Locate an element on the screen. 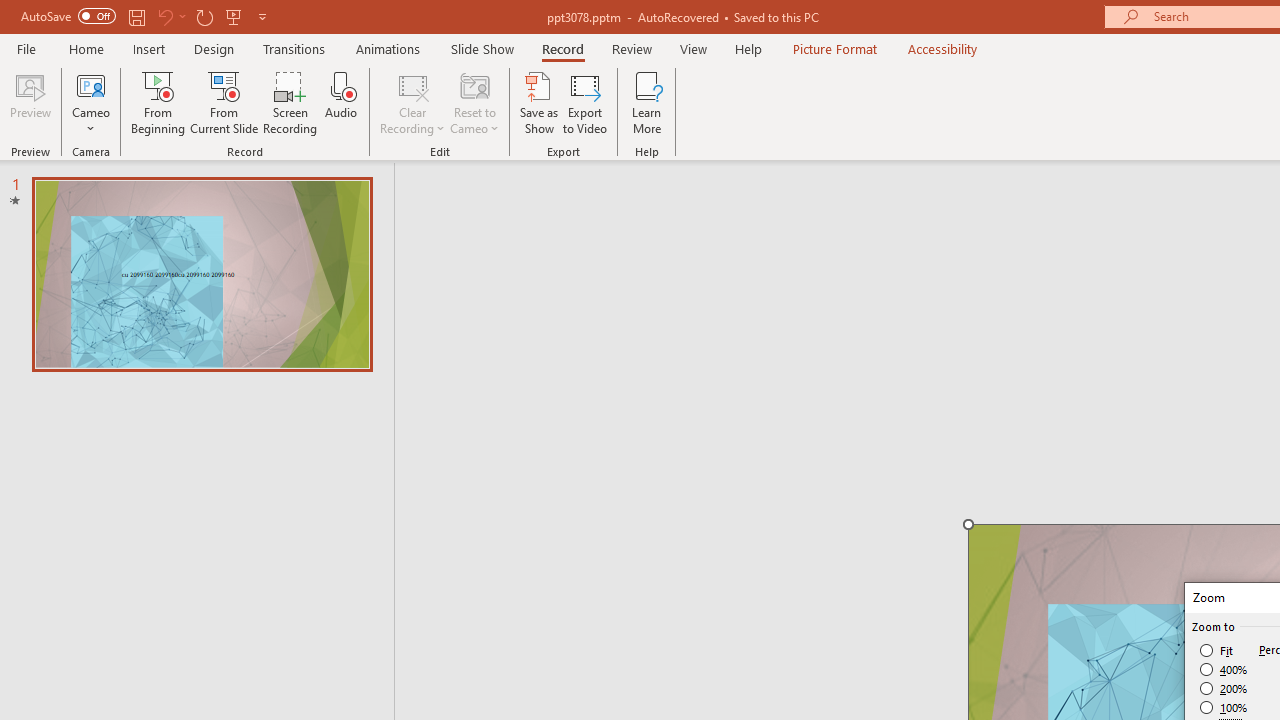 This screenshot has width=1280, height=720. 'Screen Recording' is located at coordinates (289, 103).